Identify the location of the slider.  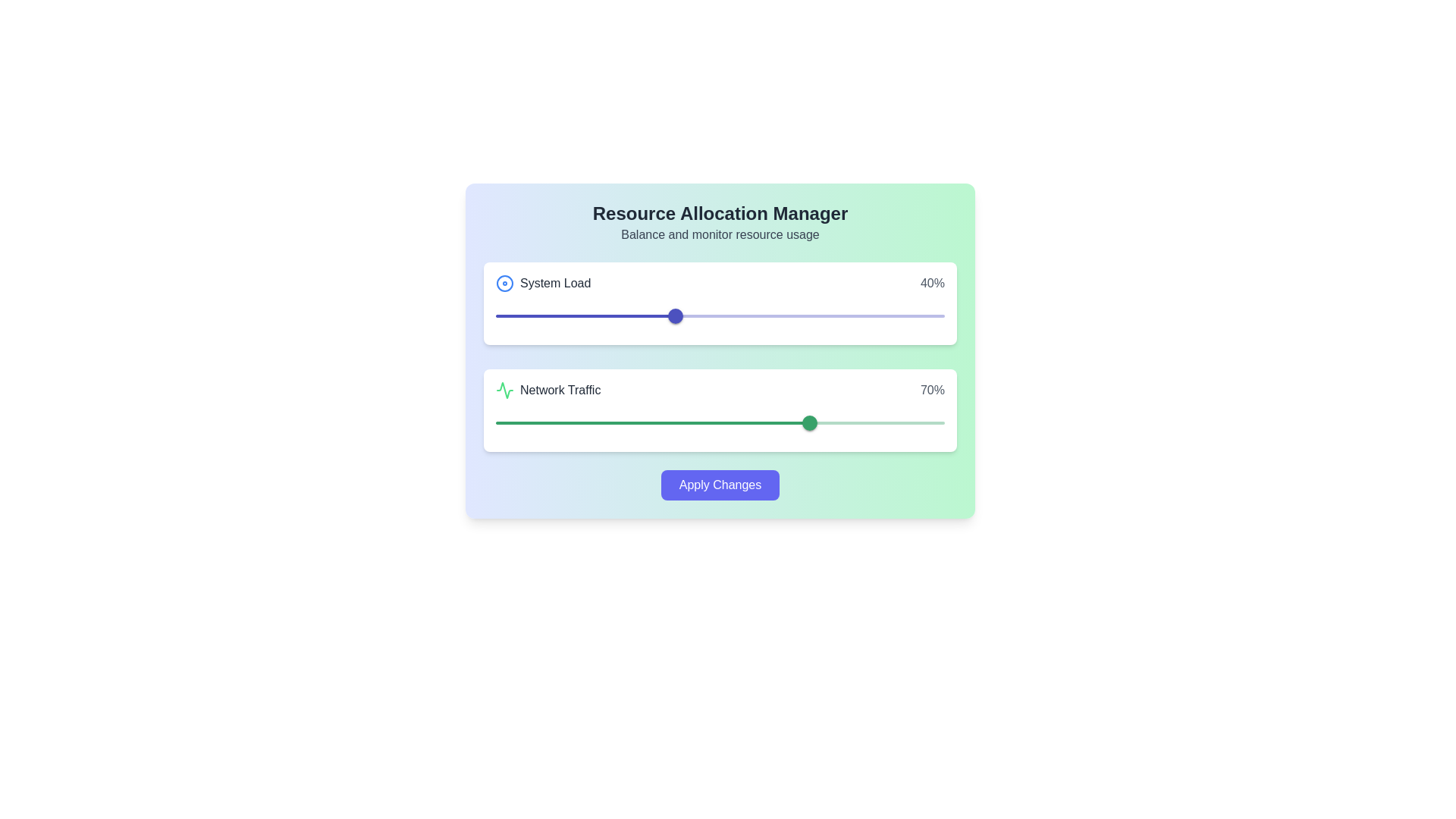
(712, 315).